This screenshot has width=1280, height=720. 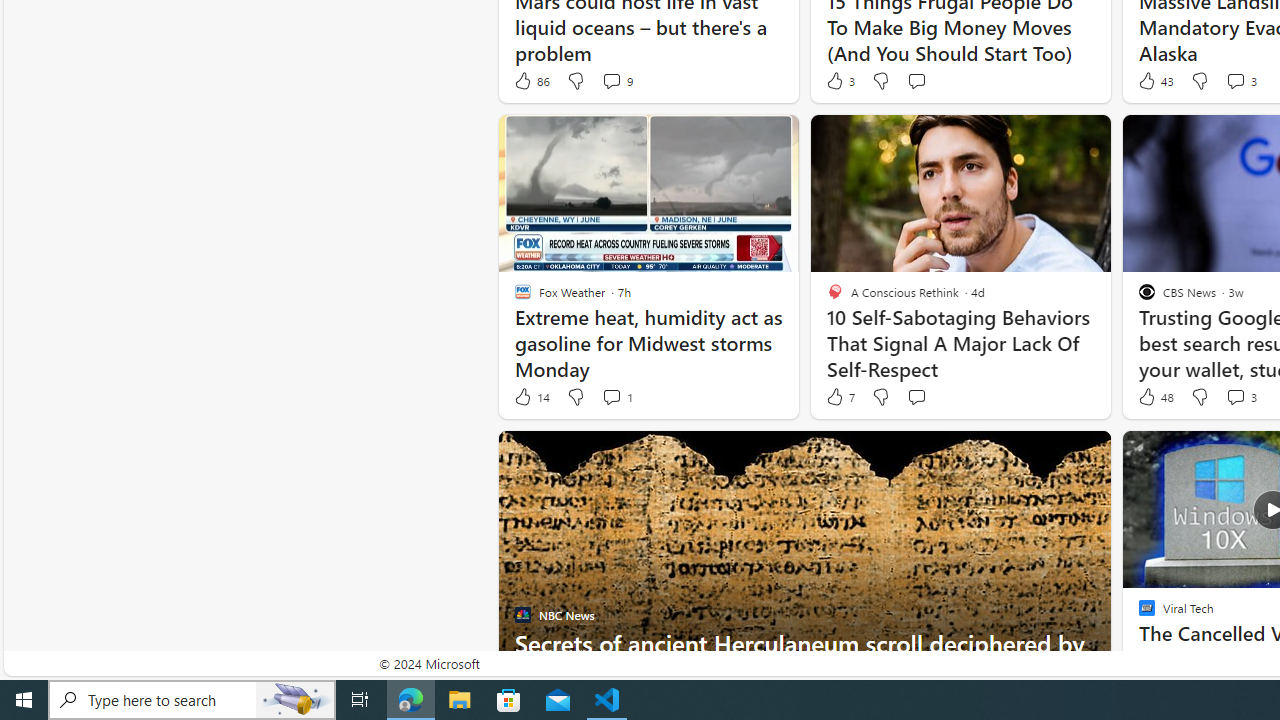 I want to click on '3 Like', so click(x=839, y=80).